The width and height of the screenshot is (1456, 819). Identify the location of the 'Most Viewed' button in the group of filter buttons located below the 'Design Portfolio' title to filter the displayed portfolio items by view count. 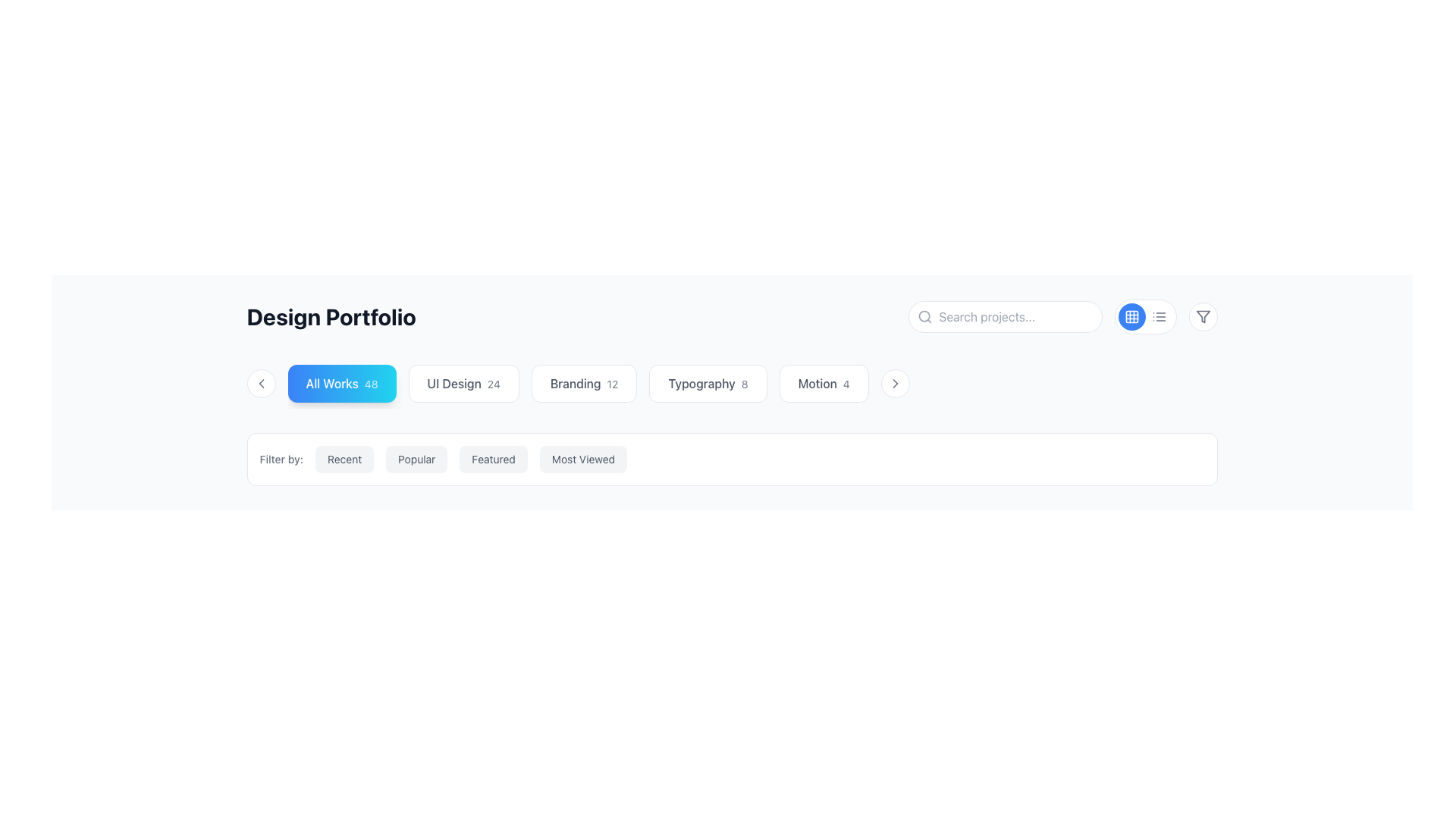
(732, 458).